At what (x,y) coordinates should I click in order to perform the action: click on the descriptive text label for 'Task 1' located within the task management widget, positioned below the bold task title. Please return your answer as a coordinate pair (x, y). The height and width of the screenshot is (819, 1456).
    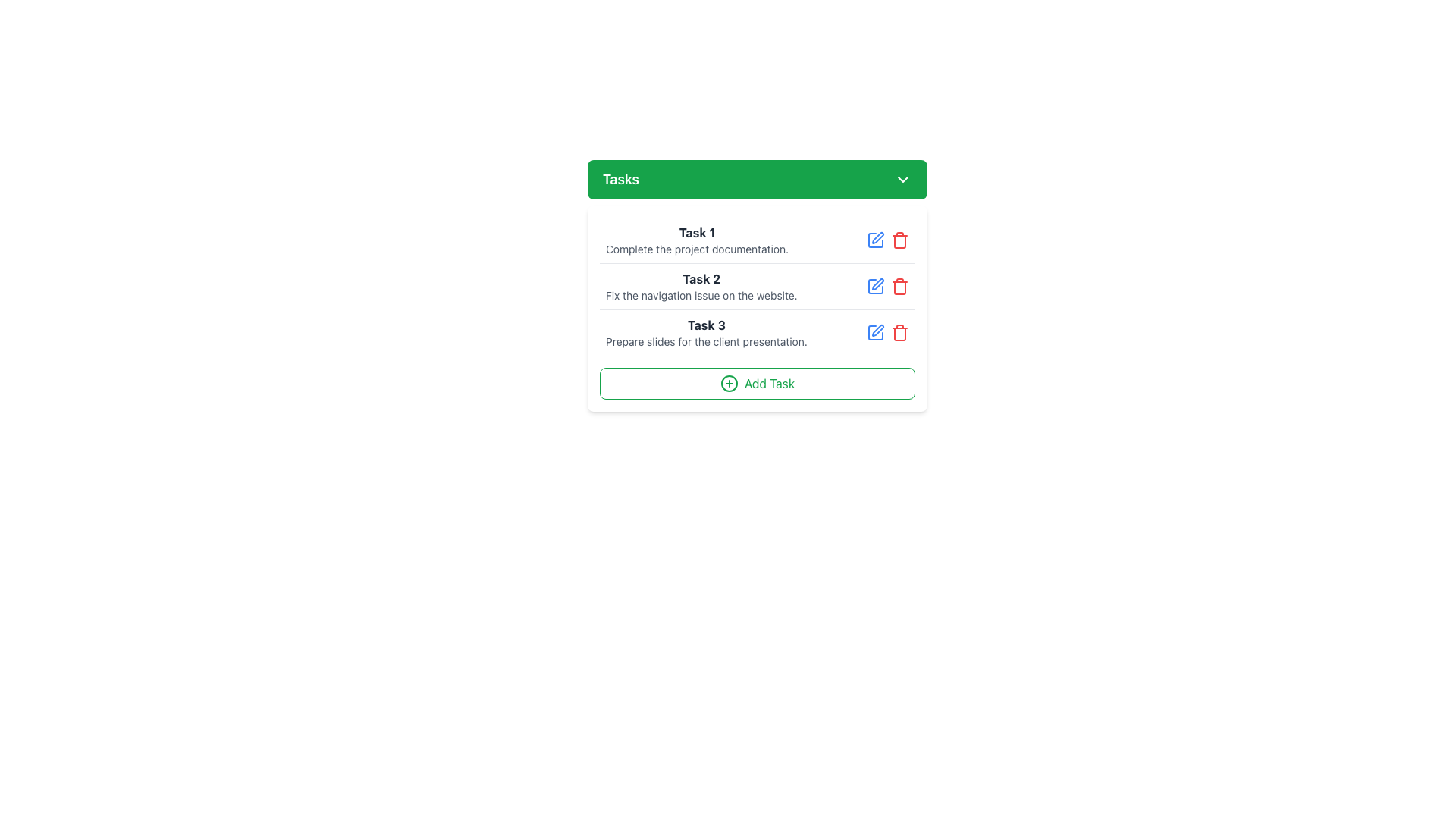
    Looking at the image, I should click on (696, 248).